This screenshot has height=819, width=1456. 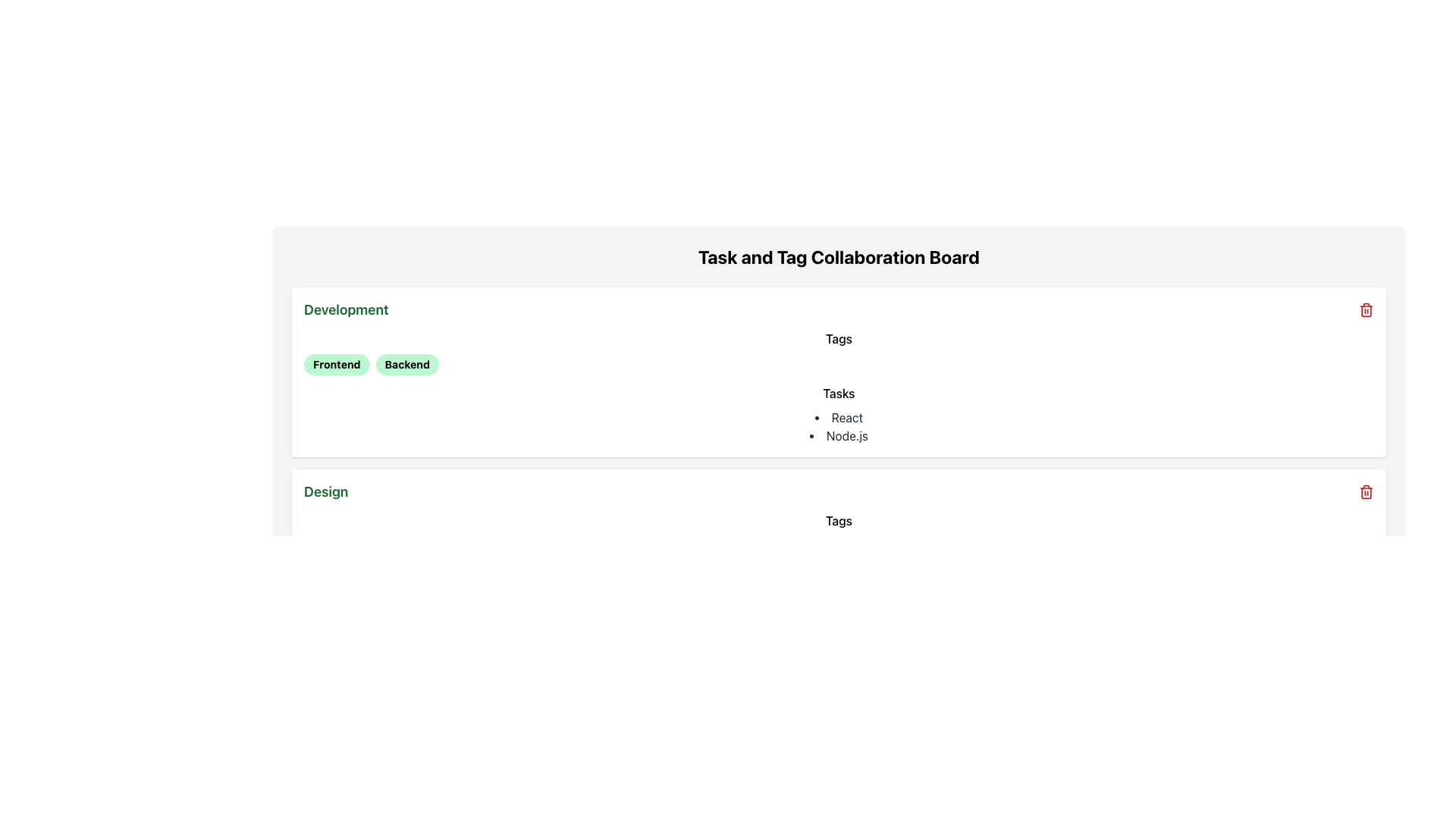 I want to click on the Text Label that serves as the title for the board, located at the top of the content panel above the 'Development' and 'Design' sections, so click(x=838, y=256).